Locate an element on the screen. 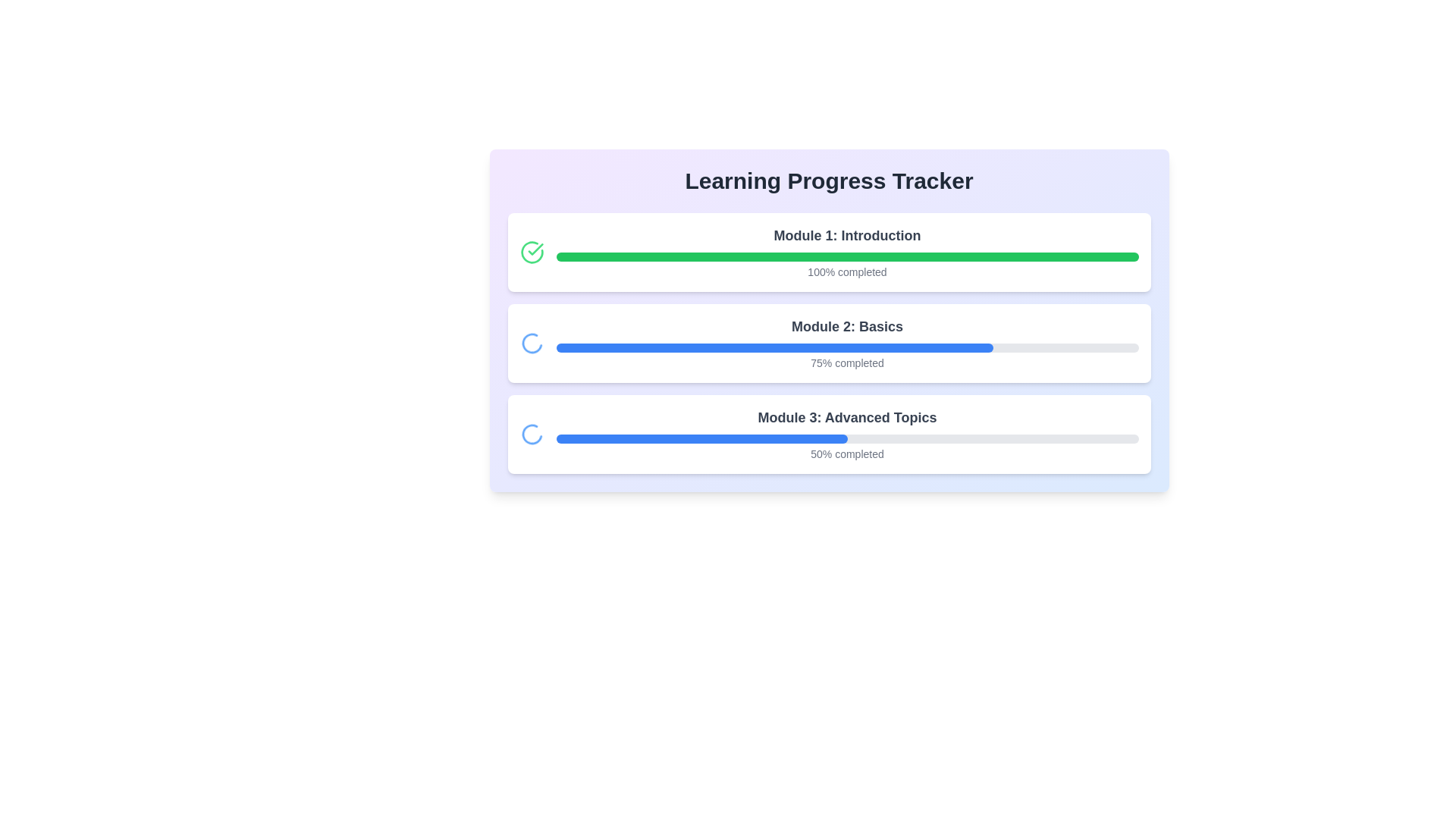 This screenshot has height=819, width=1456. the blue circular outline of the spinning loader icon located to the left side of the 'Module 2: Basics' title in the second progress block is located at coordinates (532, 343).